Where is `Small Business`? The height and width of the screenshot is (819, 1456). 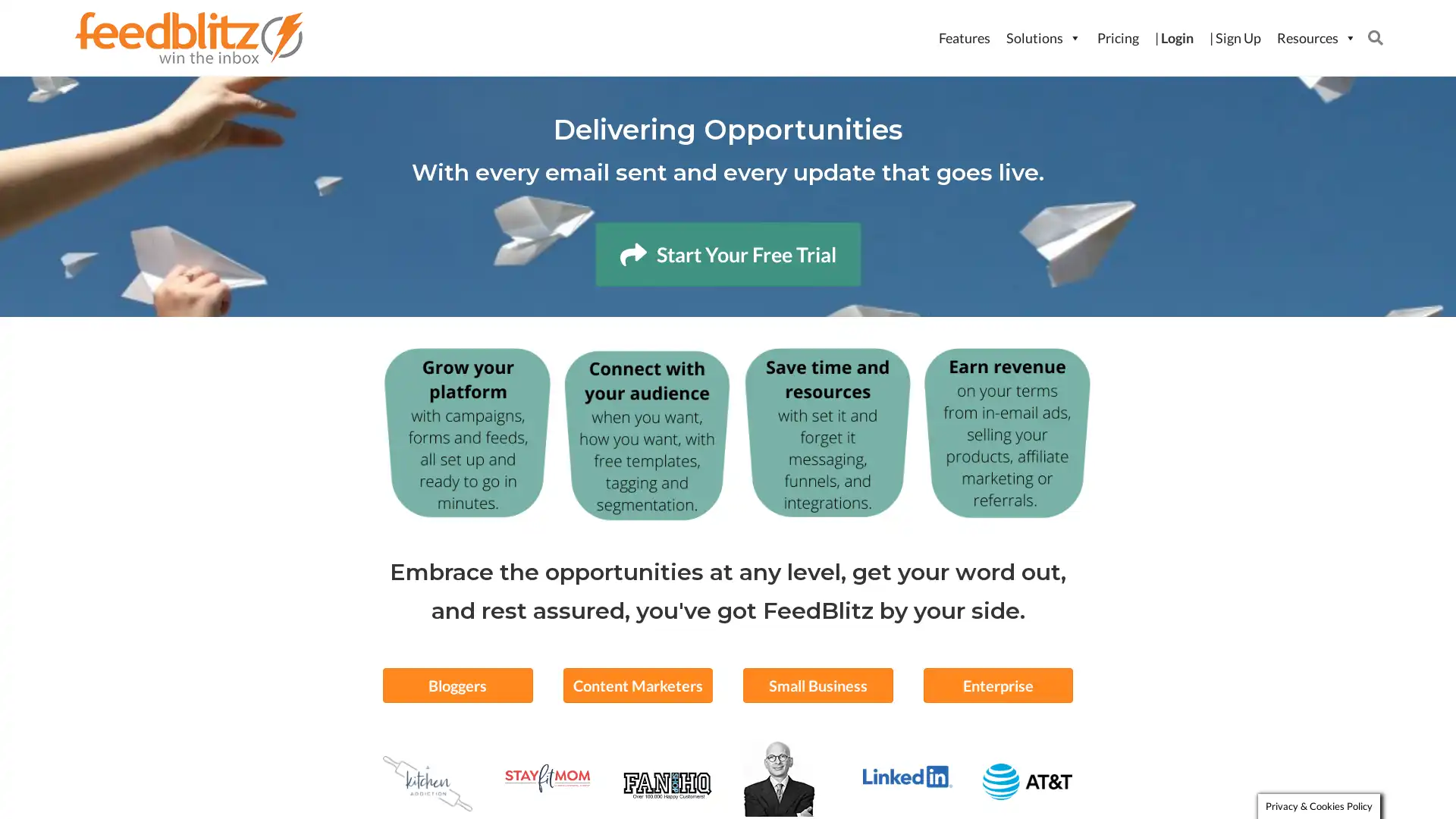
Small Business is located at coordinates (817, 684).